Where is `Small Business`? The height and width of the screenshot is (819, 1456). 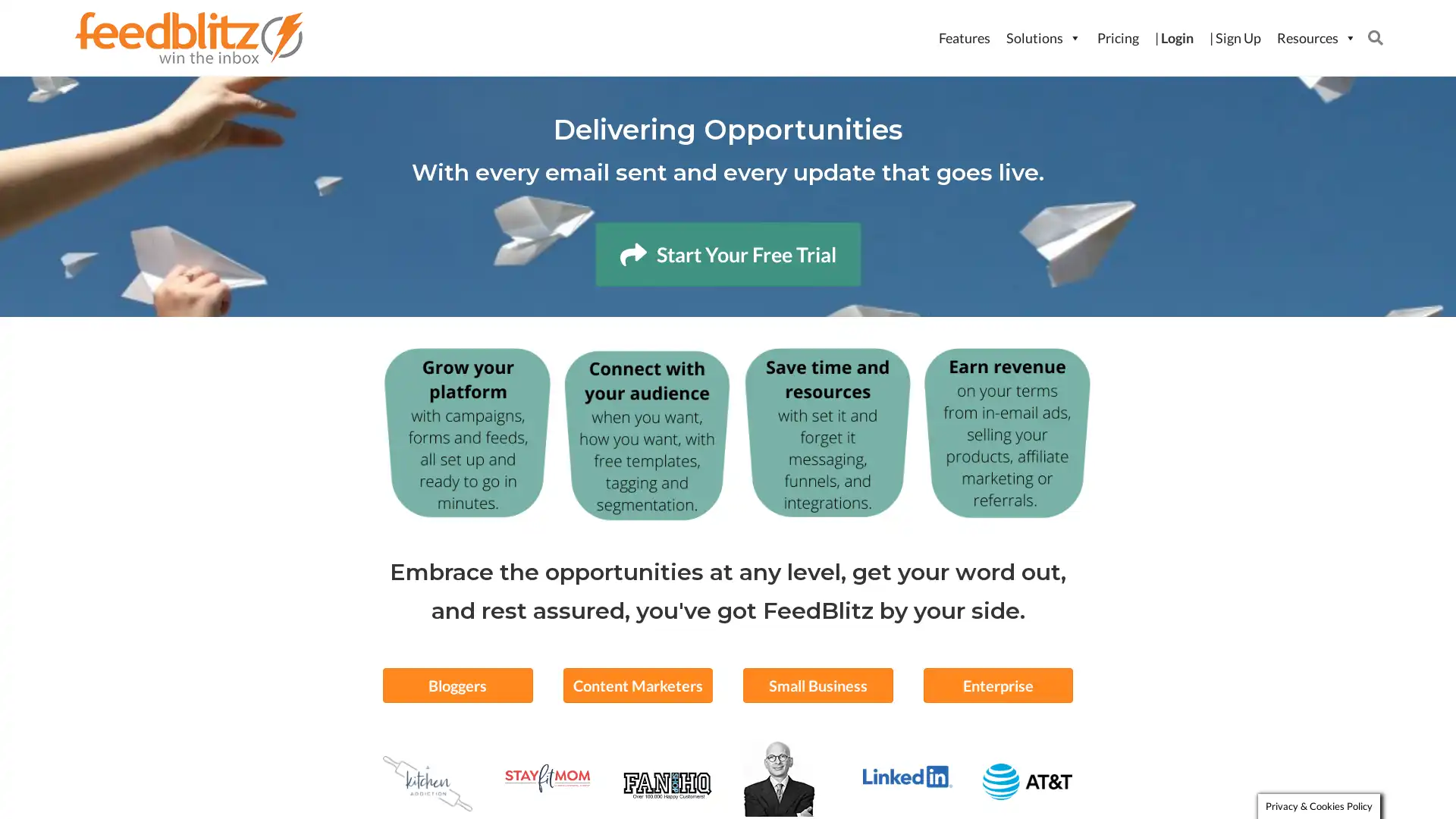
Small Business is located at coordinates (817, 684).